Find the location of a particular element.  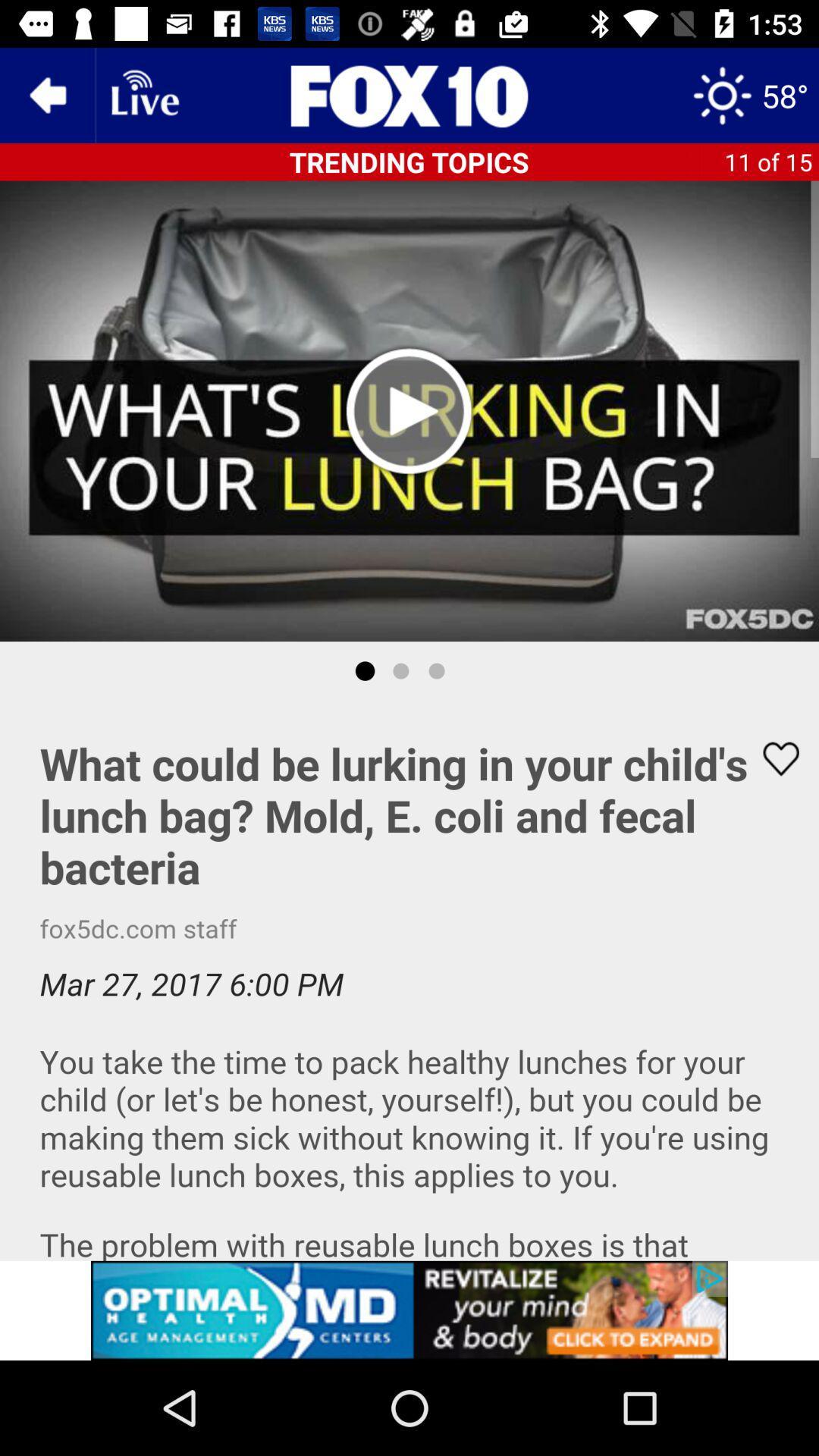

button is located at coordinates (771, 758).